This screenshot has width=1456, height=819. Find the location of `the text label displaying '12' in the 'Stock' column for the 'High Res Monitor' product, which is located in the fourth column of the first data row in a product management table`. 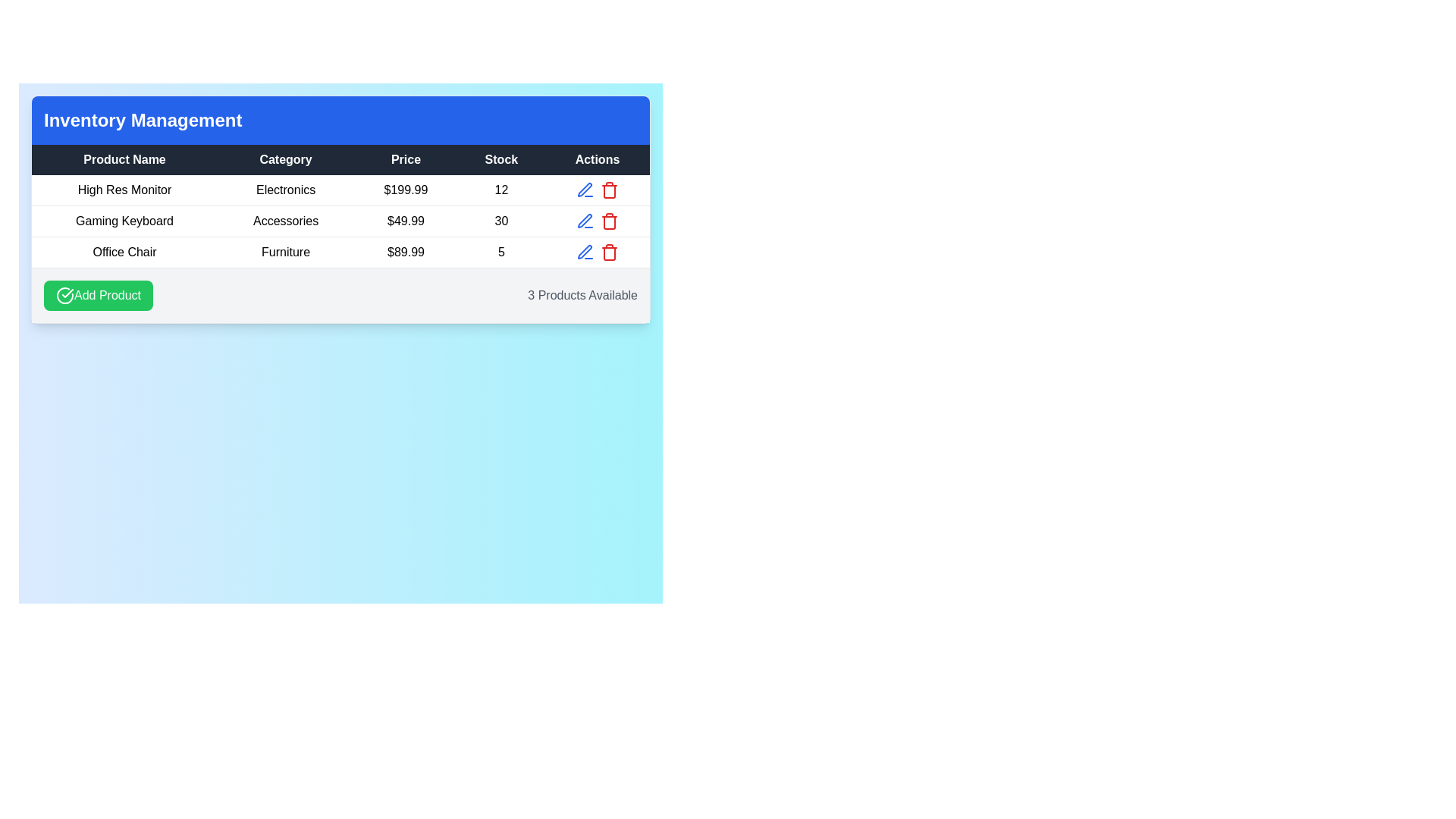

the text label displaying '12' in the 'Stock' column for the 'High Res Monitor' product, which is located in the fourth column of the first data row in a product management table is located at coordinates (501, 190).